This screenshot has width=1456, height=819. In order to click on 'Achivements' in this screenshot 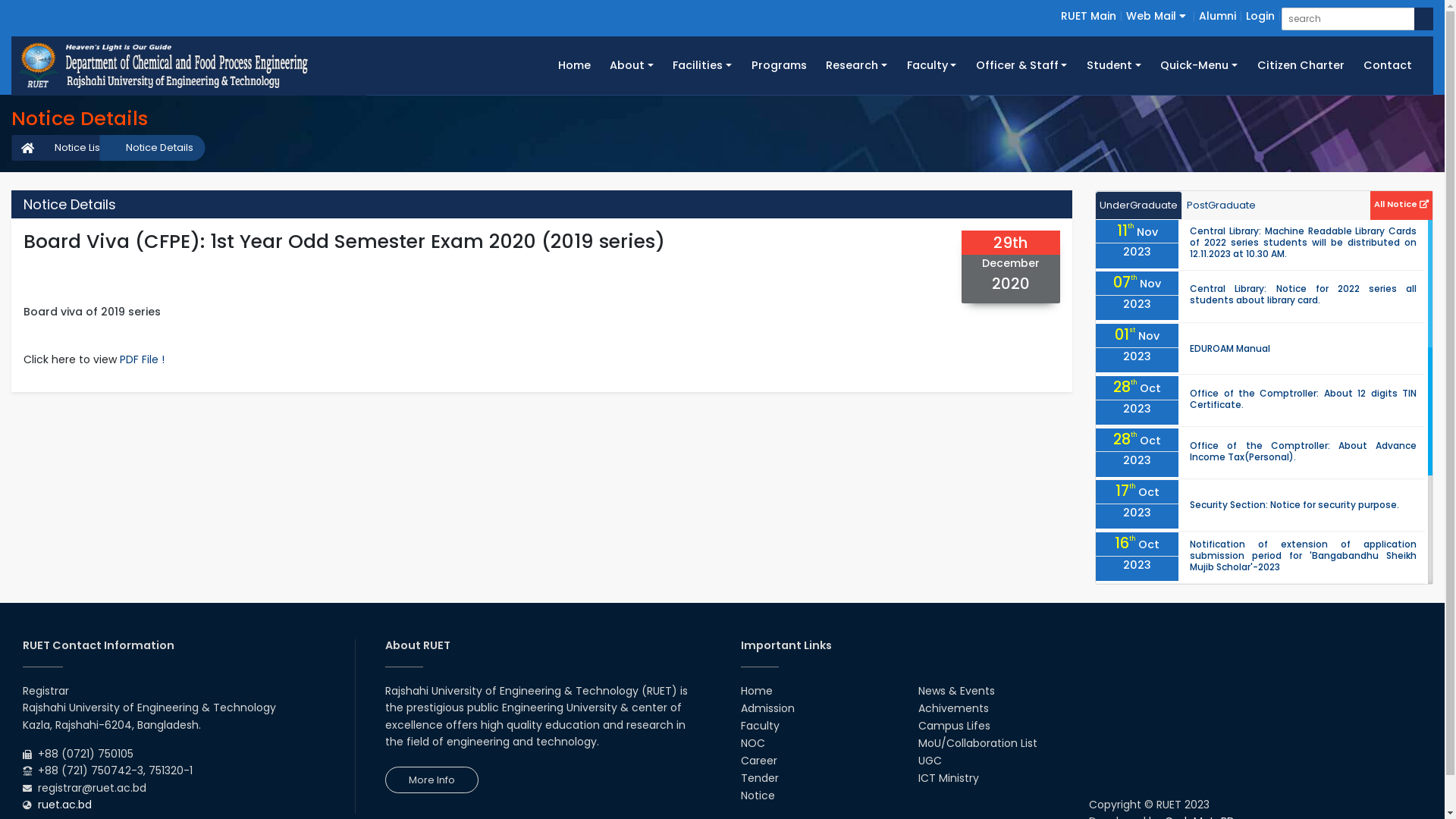, I will do `click(952, 708)`.